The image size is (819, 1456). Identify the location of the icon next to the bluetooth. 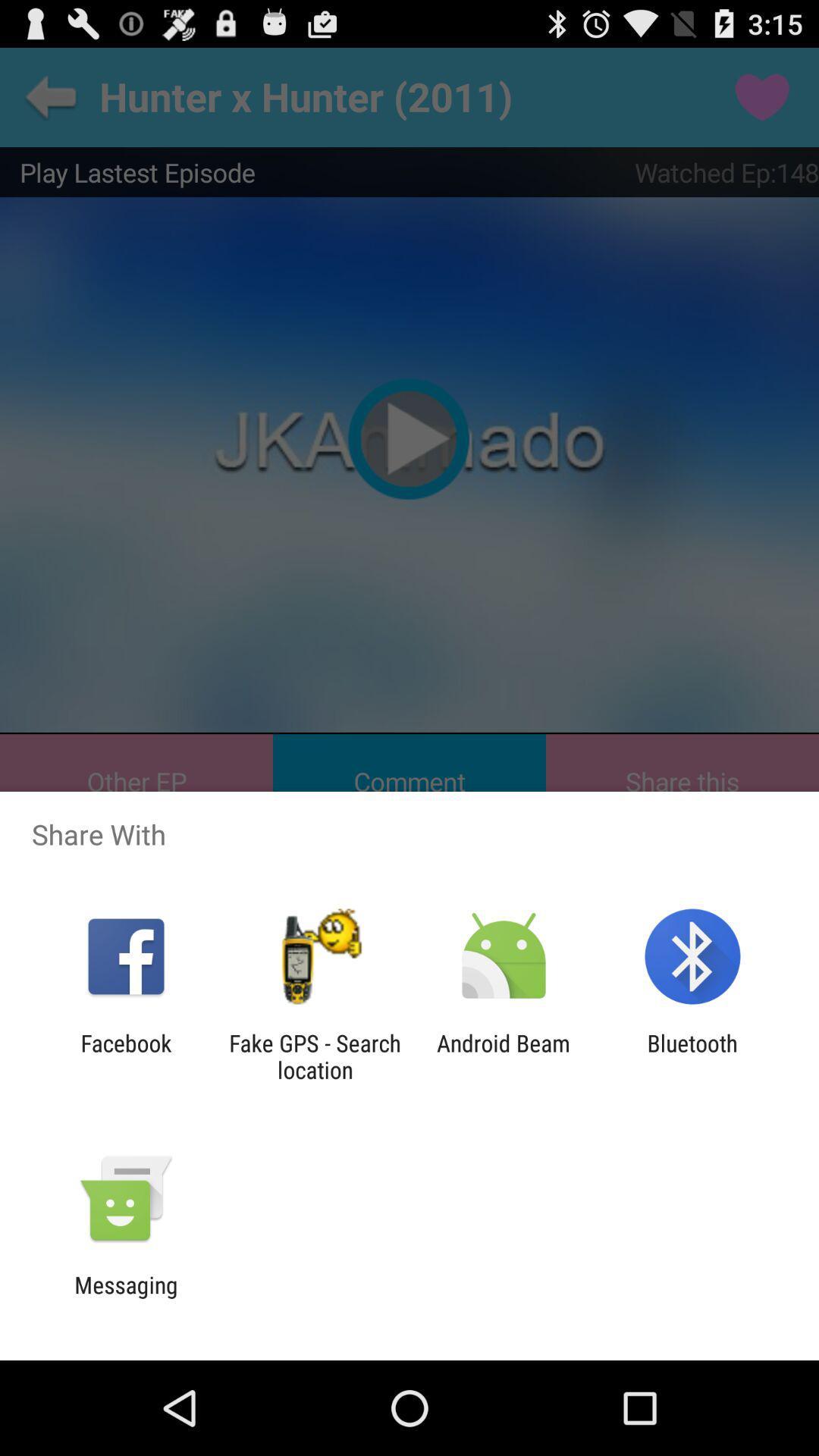
(504, 1056).